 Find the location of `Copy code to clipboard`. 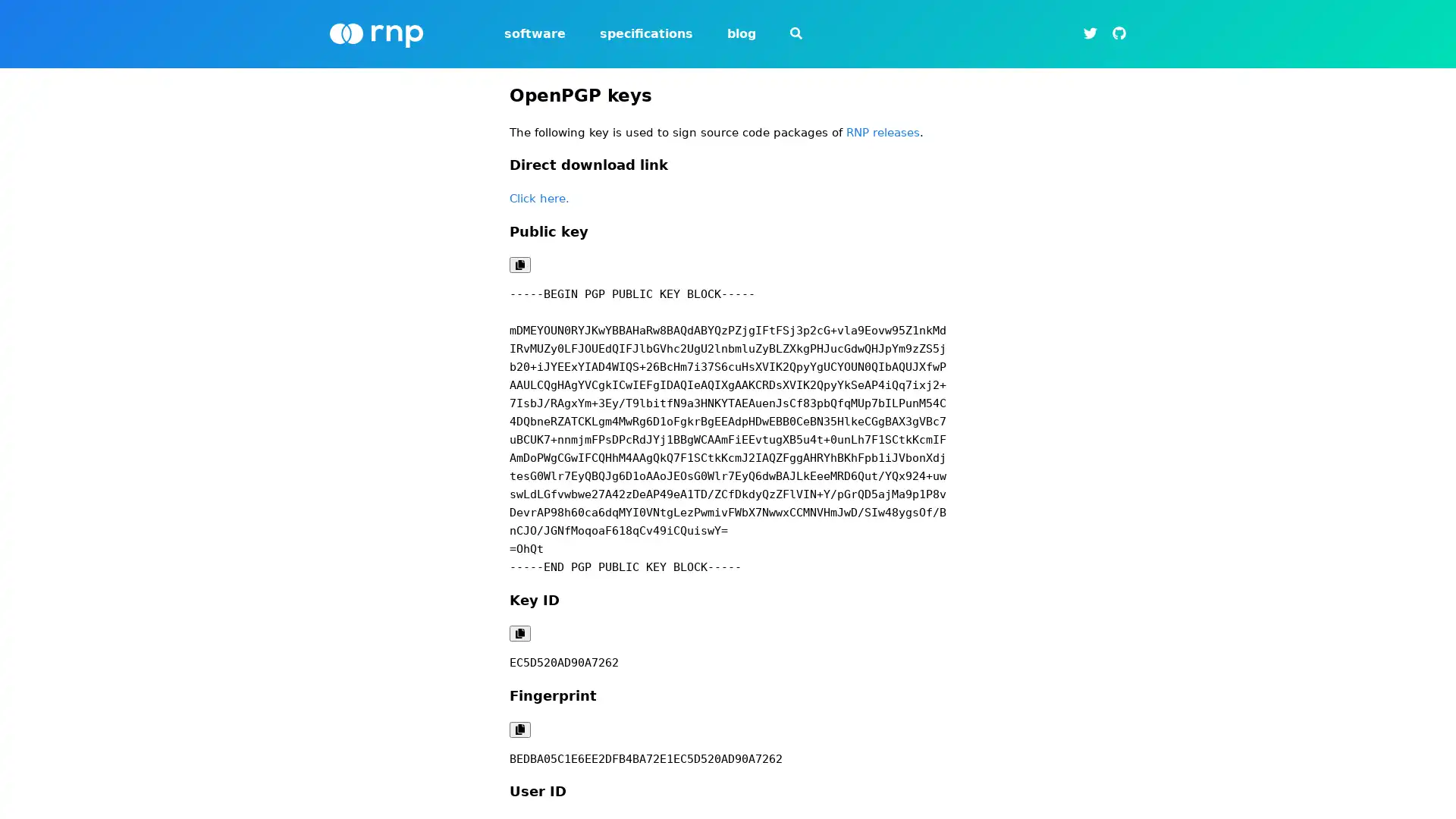

Copy code to clipboard is located at coordinates (519, 633).